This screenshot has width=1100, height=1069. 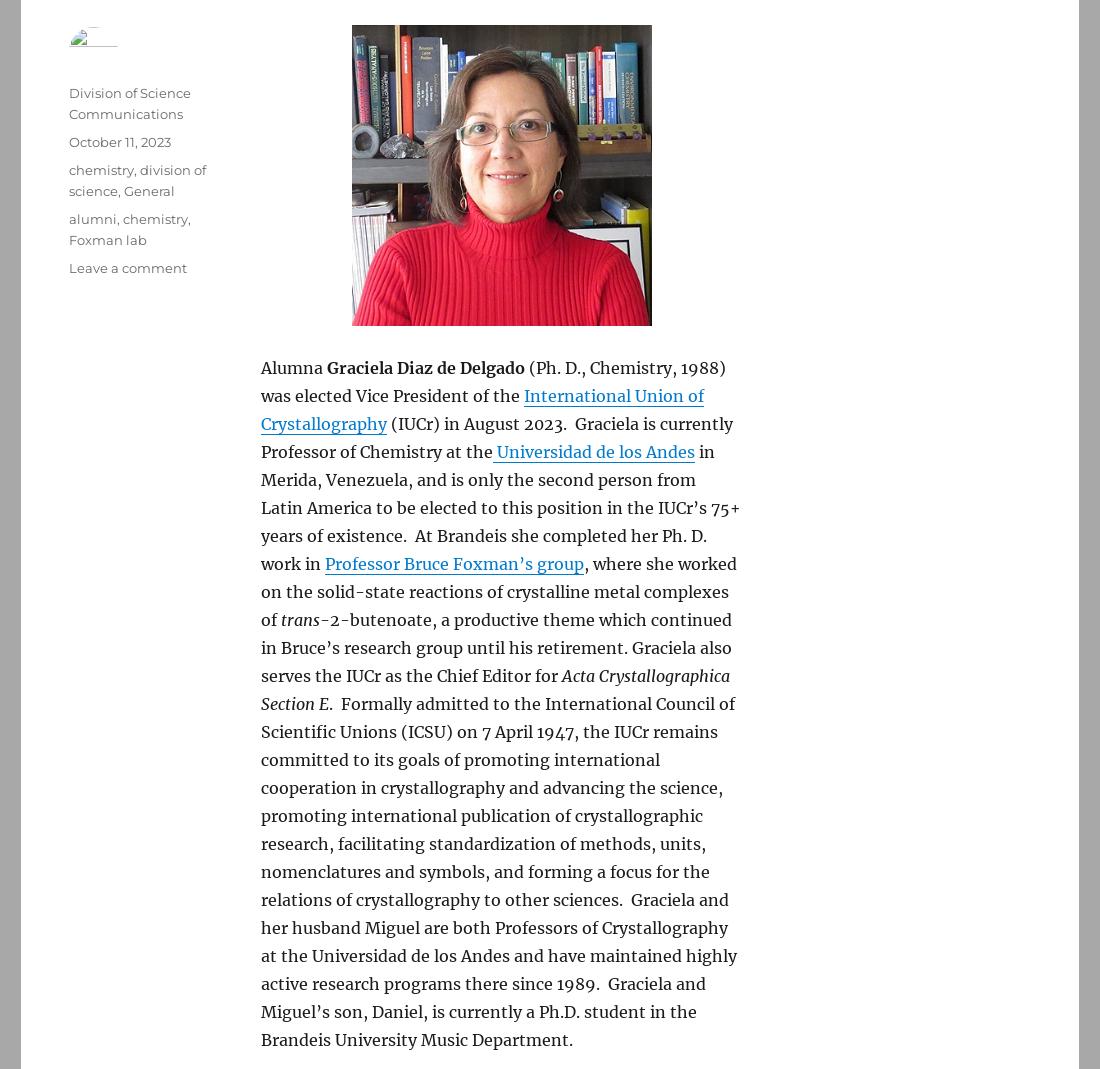 I want to click on 'Foxman lab', so click(x=108, y=238).